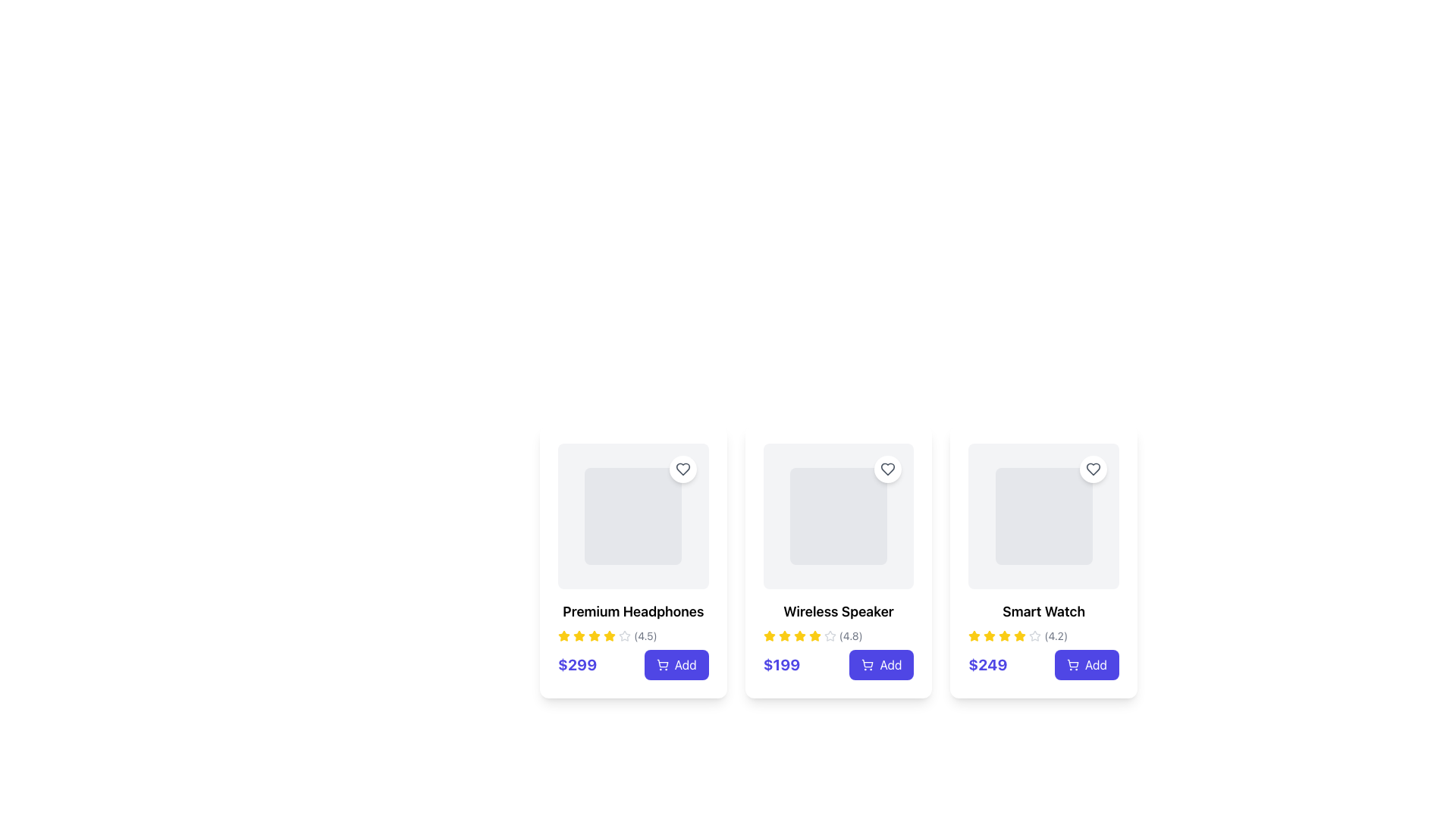 This screenshot has width=1456, height=819. I want to click on the fourth filled yellow star in the rating system located below the 'Smart Watch' product card, so click(1005, 636).